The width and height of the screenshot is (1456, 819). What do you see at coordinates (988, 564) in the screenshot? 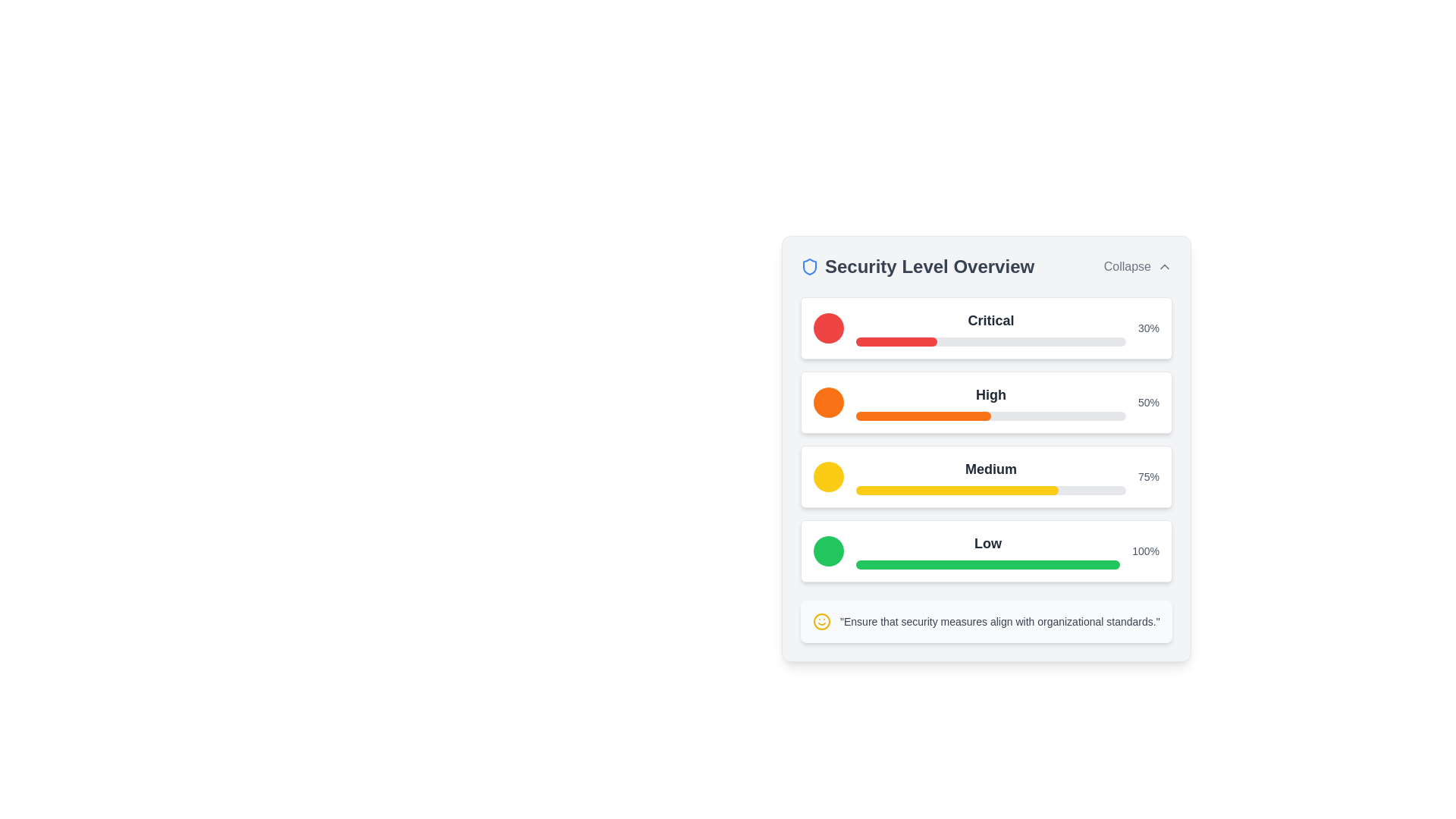
I see `the progress bar indicating completion level, located at the bottommost row under 'Security Level Overview', directly beneath the text 'Low'` at bounding box center [988, 564].